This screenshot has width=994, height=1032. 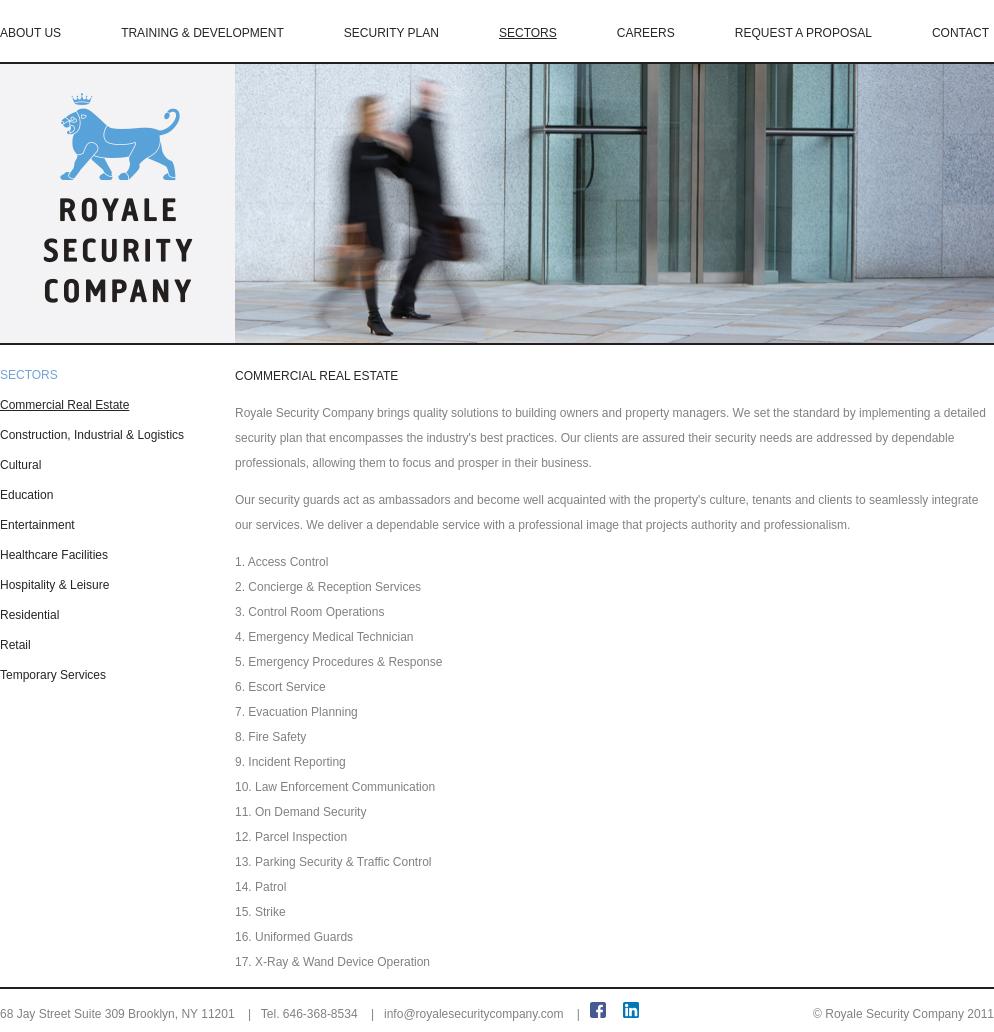 I want to click on 'TRAINING & DEVELOPMENT', so click(x=200, y=33).